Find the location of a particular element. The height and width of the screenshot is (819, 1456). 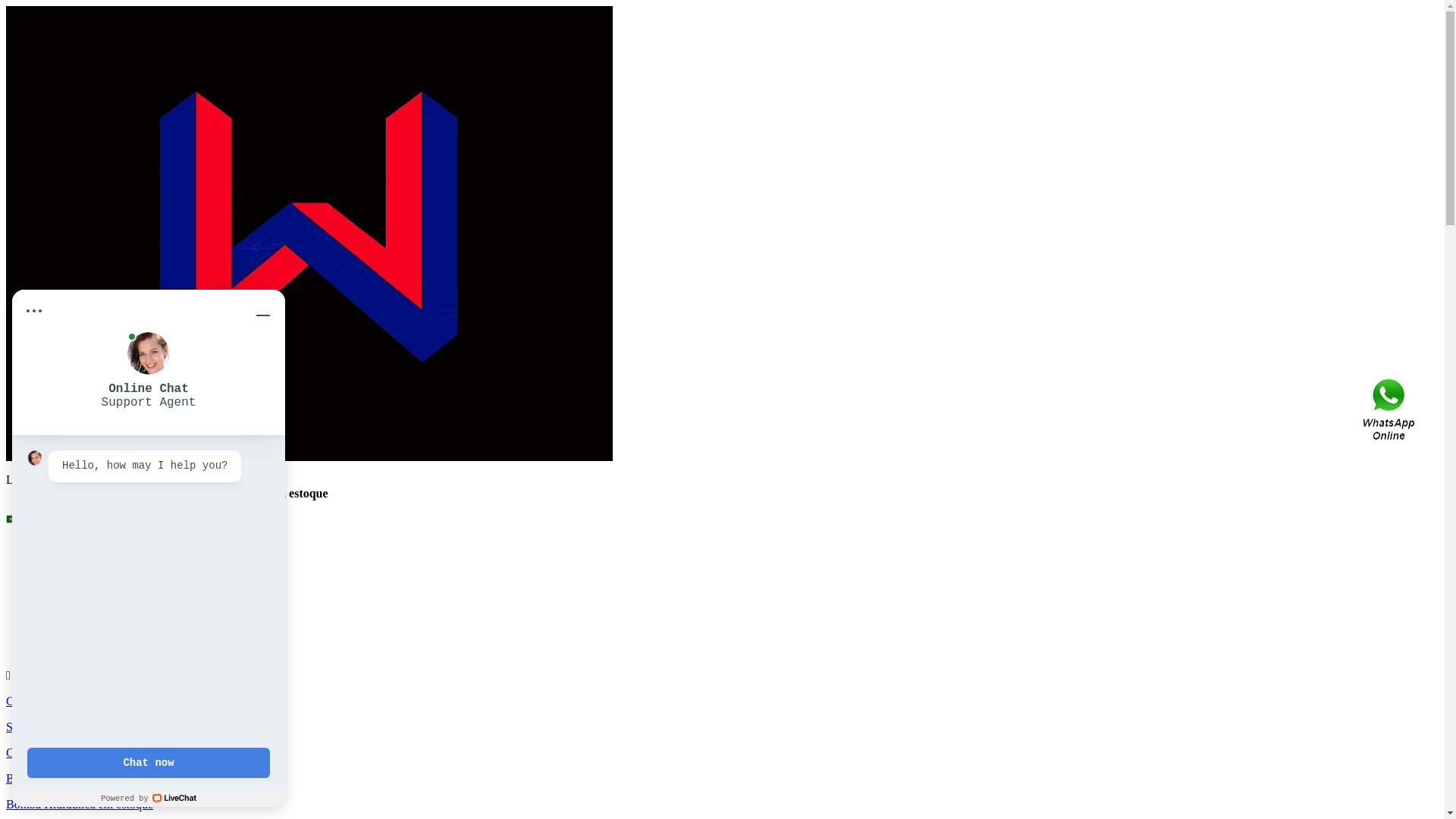

'Bombas de Engrenagem' is located at coordinates (94, 612).